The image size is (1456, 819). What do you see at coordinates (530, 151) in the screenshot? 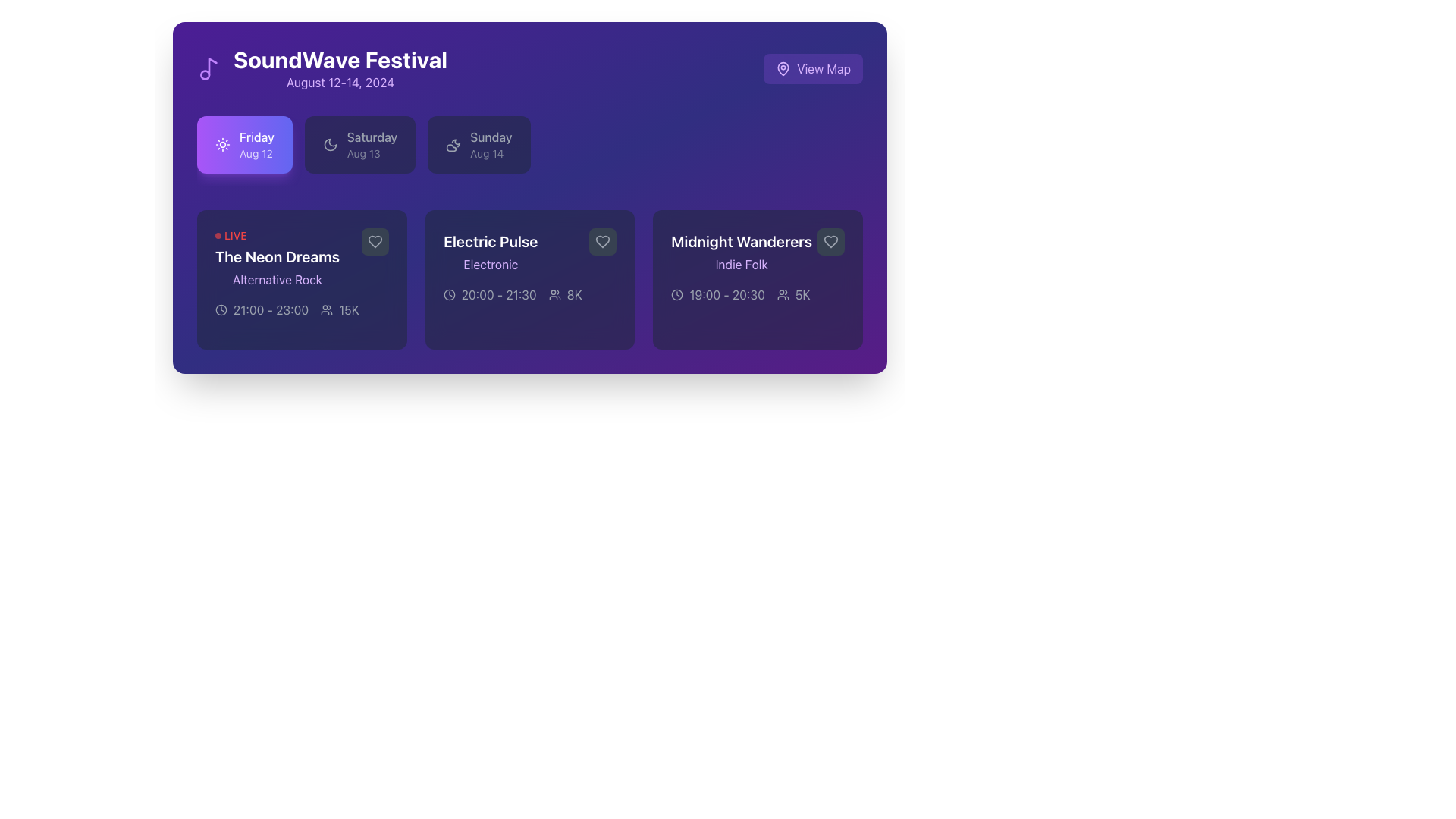
I see `the horizontal tab bar with selectable items` at bounding box center [530, 151].